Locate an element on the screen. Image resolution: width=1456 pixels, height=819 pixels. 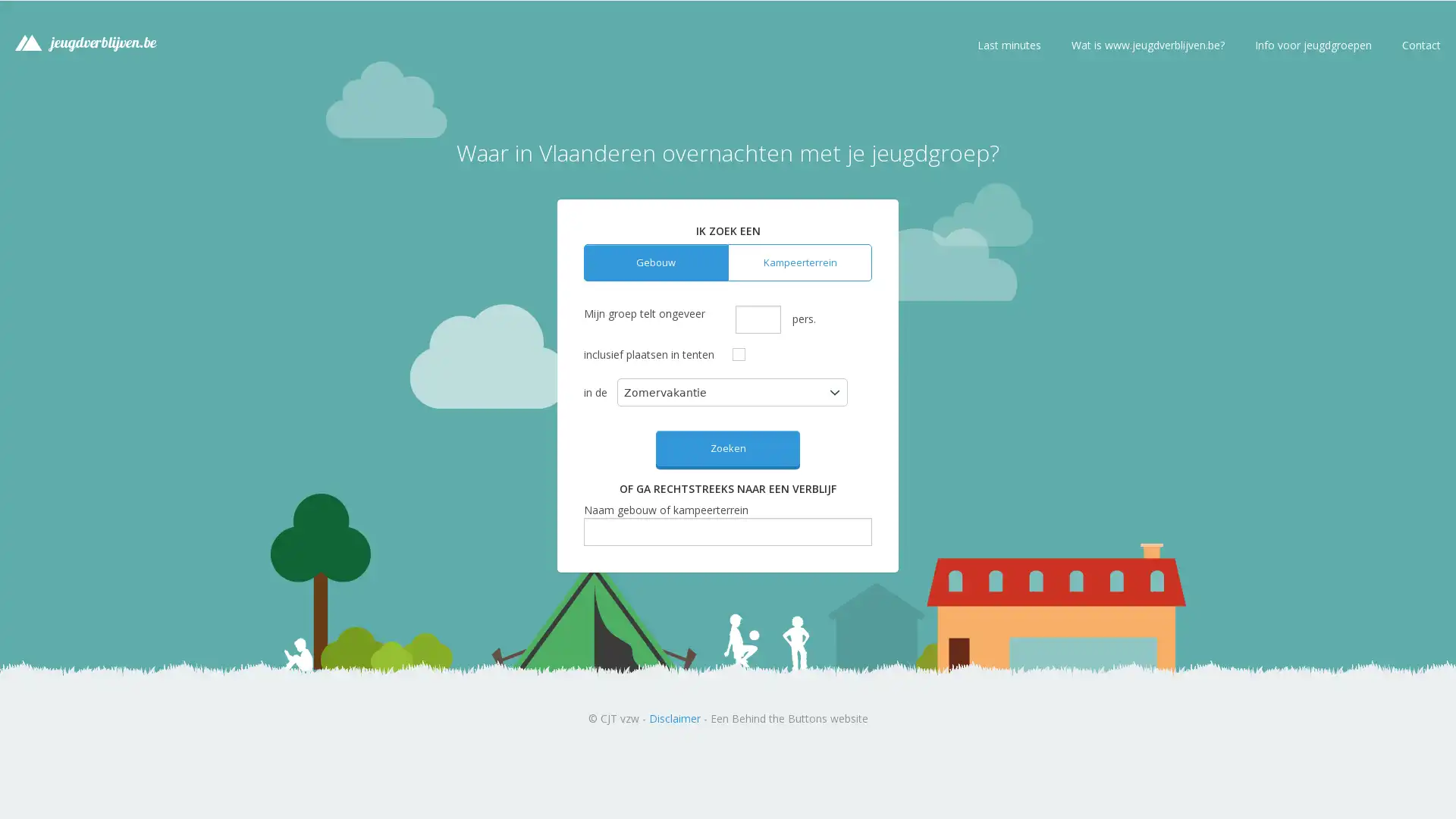
Zoeken is located at coordinates (728, 447).